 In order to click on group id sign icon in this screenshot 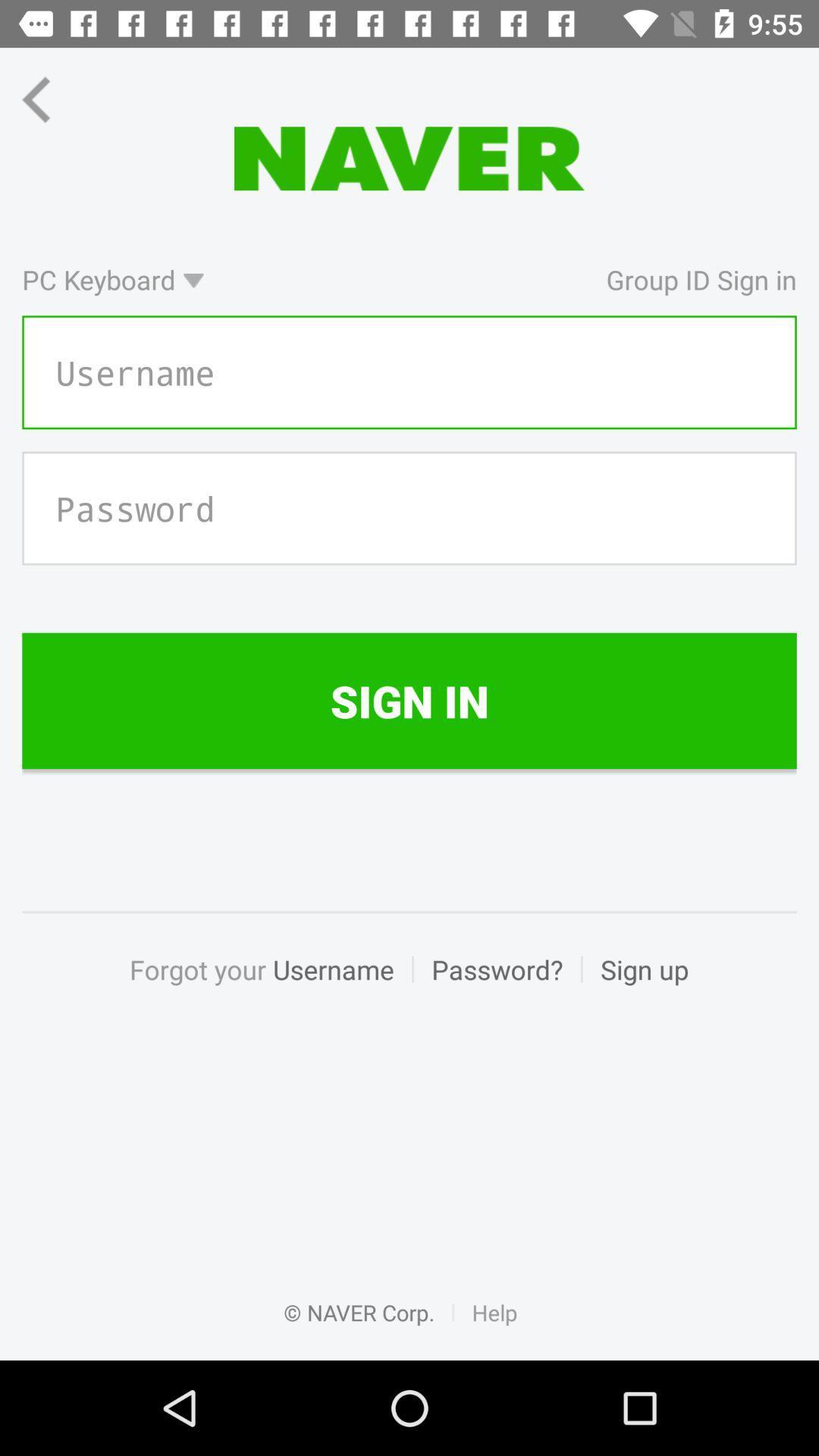, I will do `click(509, 279)`.